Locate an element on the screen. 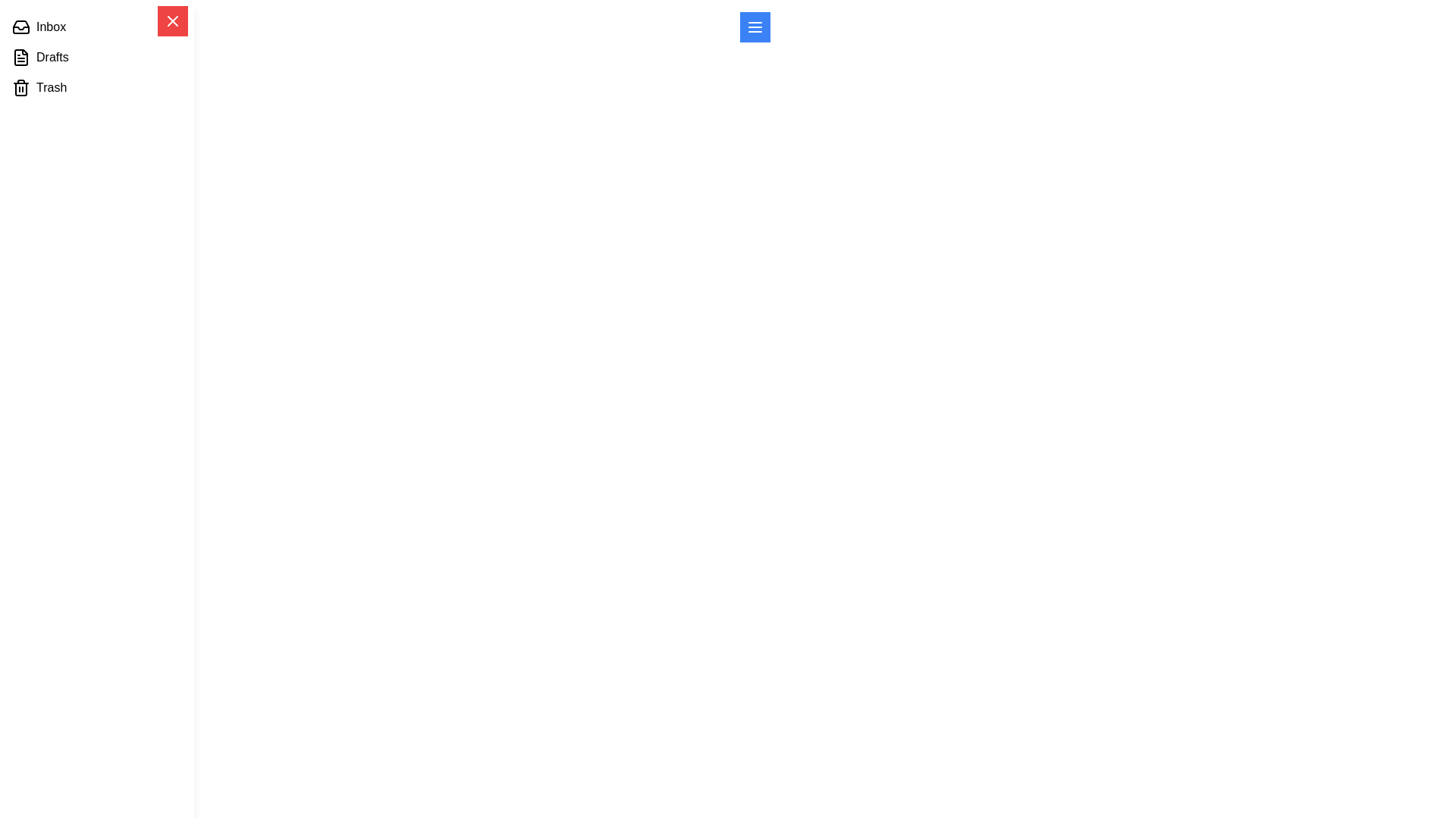 The image size is (1456, 819). the menu item labeled Trash is located at coordinates (96, 87).